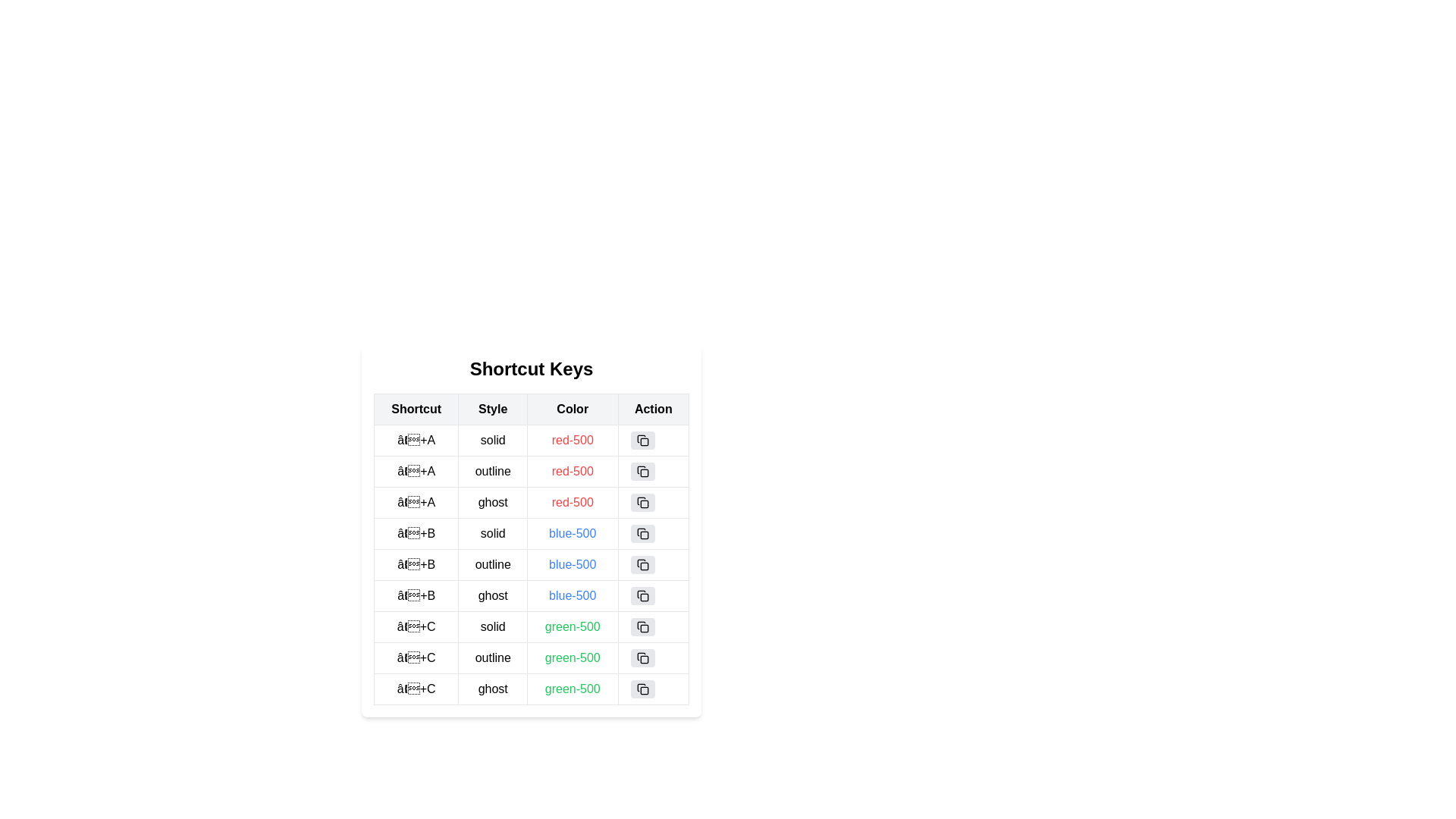 This screenshot has height=819, width=1456. I want to click on the text label displaying 'green-500' which is styled in green and is part of the 'Color' column in the 'solid' row of the table, so click(572, 626).